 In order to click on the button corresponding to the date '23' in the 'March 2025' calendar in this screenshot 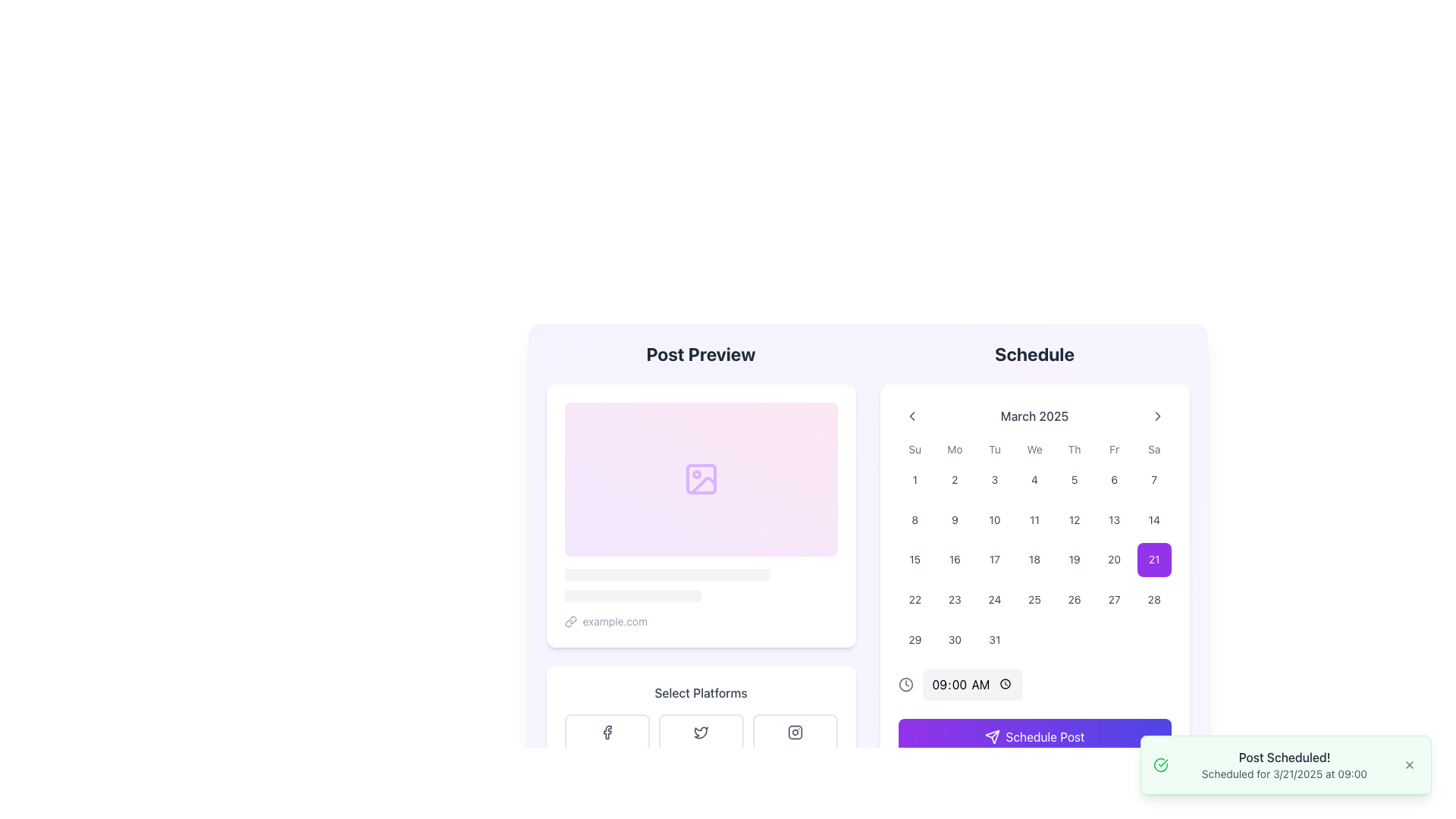, I will do `click(954, 598)`.